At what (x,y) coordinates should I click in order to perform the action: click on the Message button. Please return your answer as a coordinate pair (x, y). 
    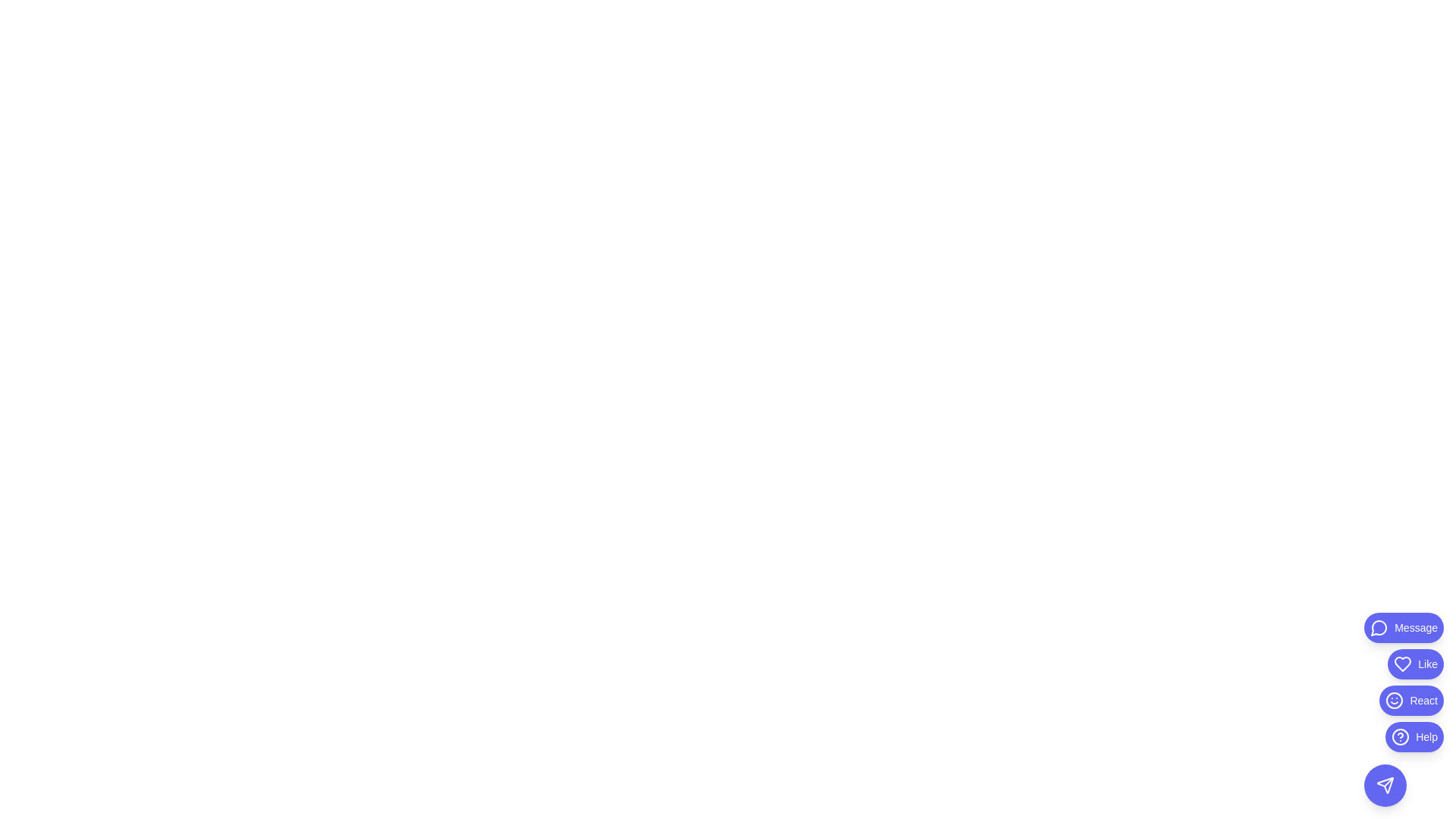
    Looking at the image, I should click on (1403, 628).